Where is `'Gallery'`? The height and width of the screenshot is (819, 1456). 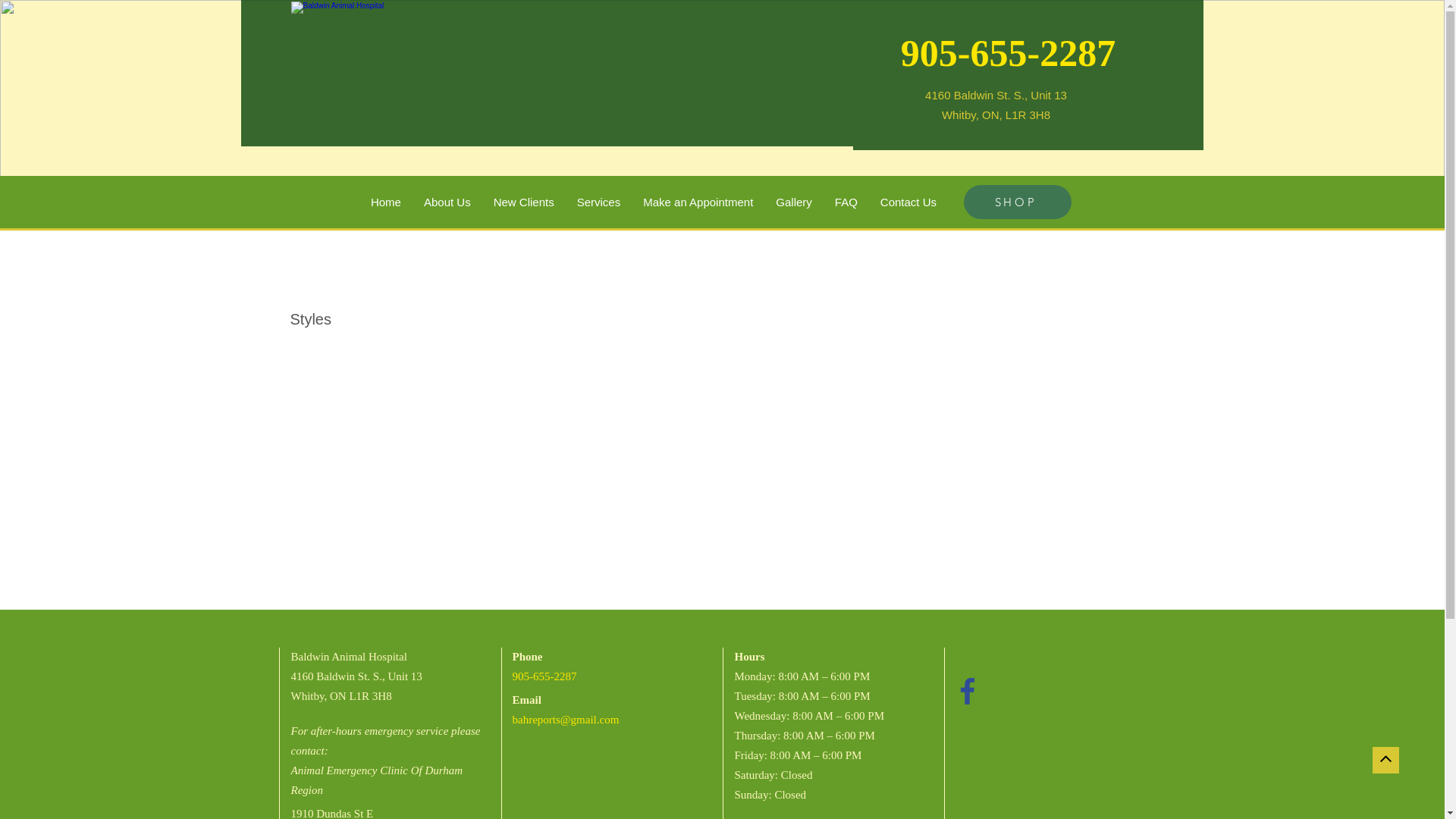
'Gallery' is located at coordinates (792, 201).